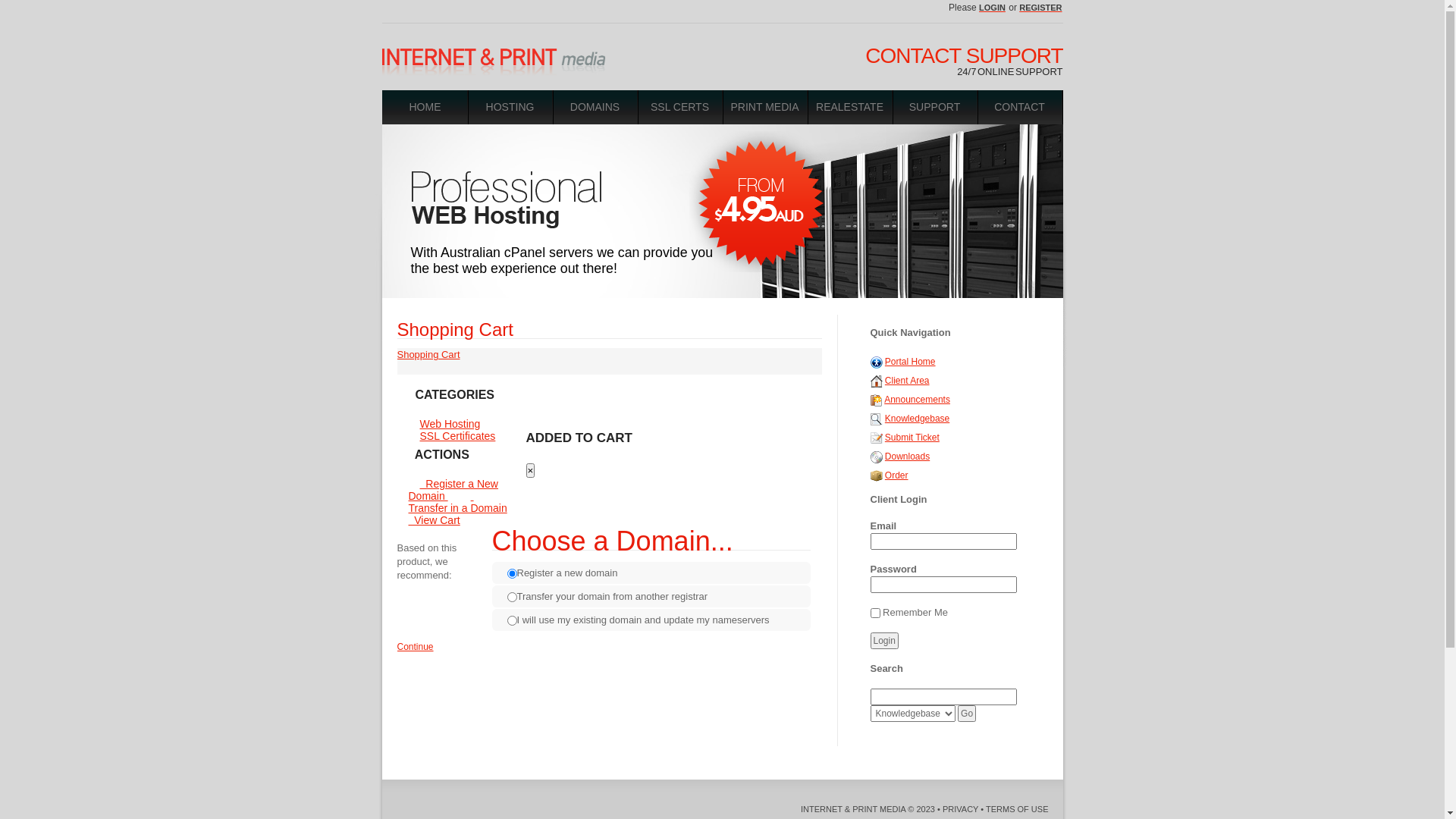 The height and width of the screenshot is (819, 1456). What do you see at coordinates (877, 475) in the screenshot?
I see `'Order'` at bounding box center [877, 475].